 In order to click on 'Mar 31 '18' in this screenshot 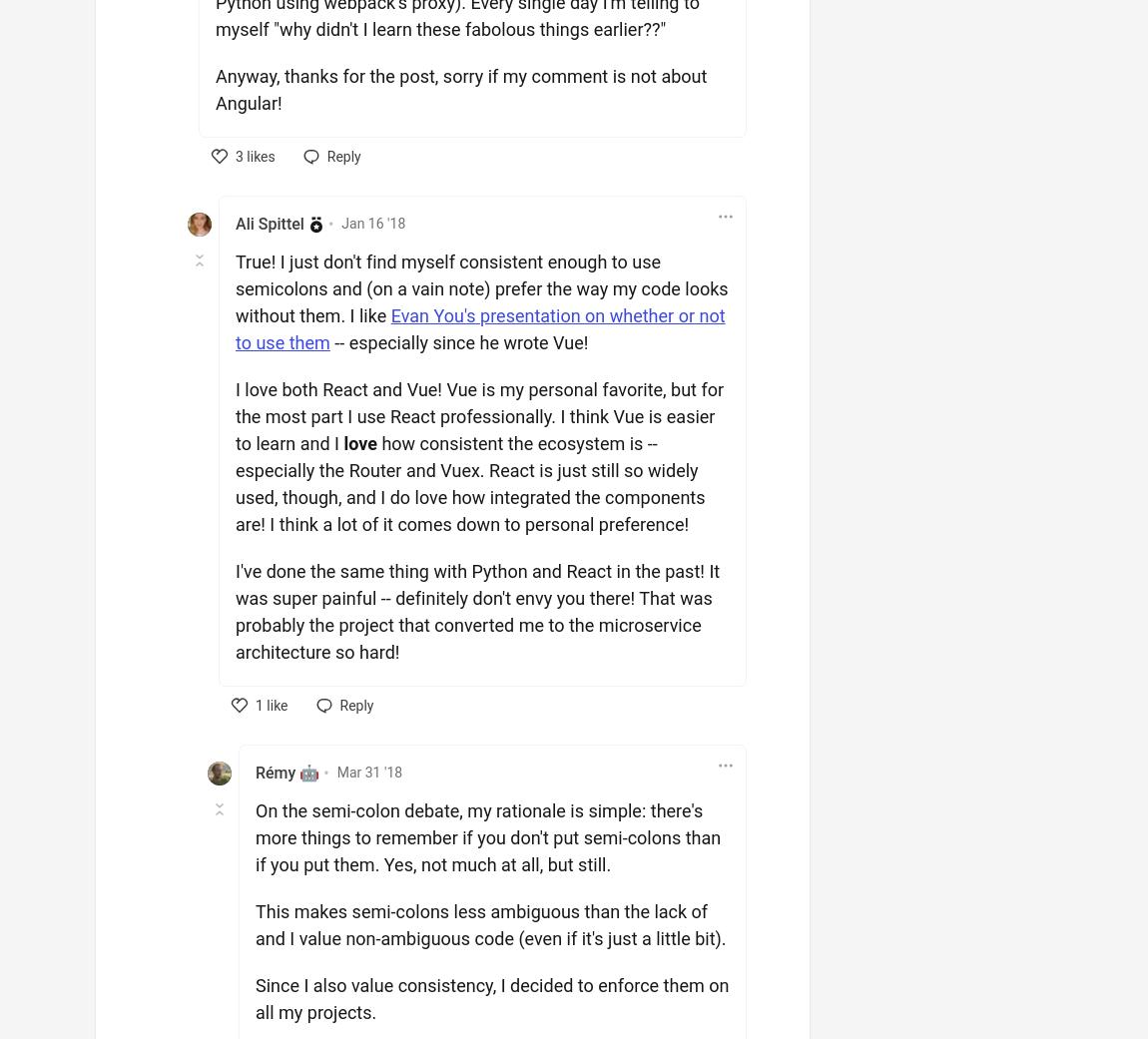, I will do `click(368, 772)`.